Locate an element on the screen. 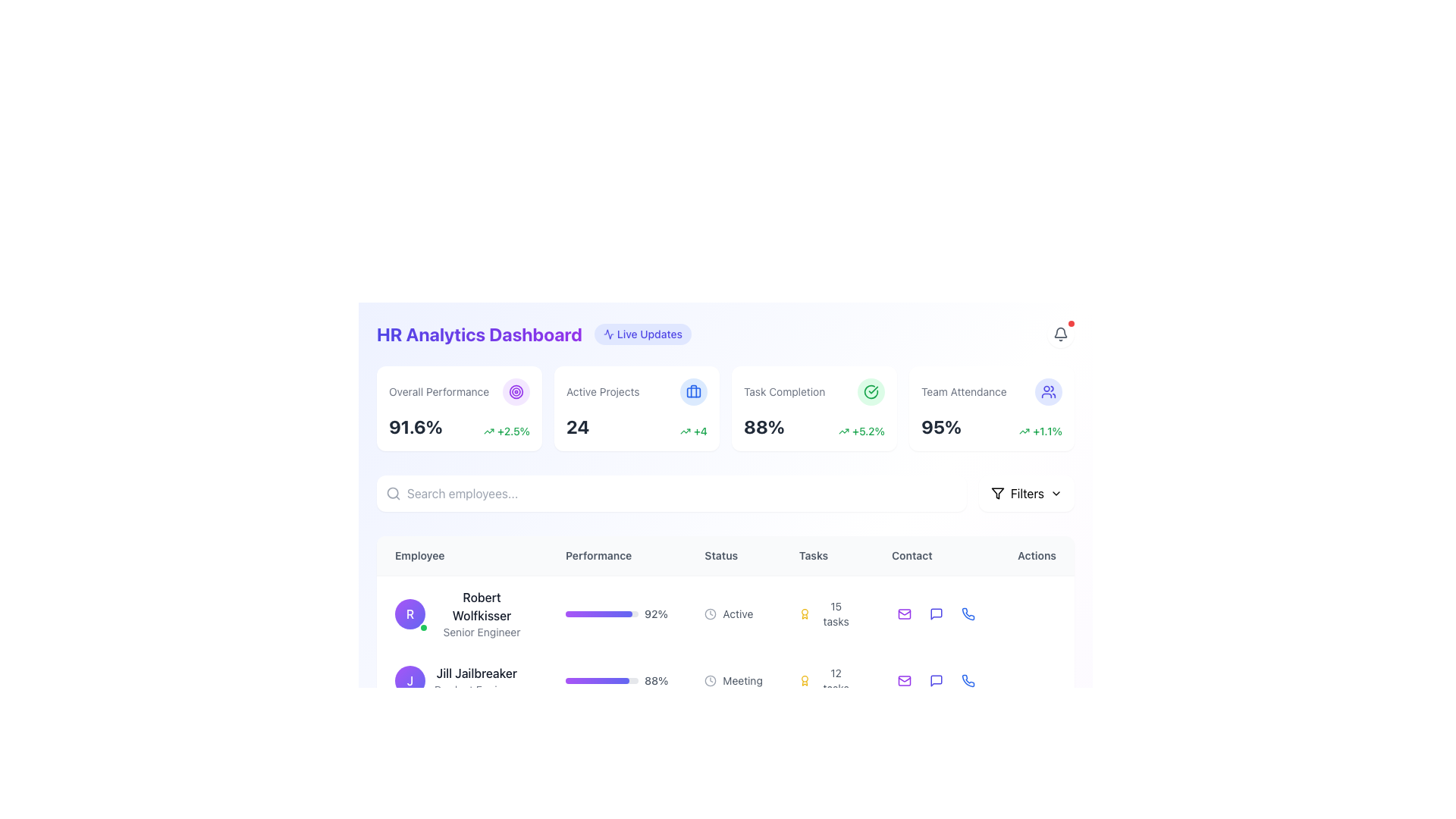  the Static Text displaying the name of the user or employee, which is positioned above the text 'Senior Engineer' and to the right of the circular icon with the initial 'R' is located at coordinates (481, 605).